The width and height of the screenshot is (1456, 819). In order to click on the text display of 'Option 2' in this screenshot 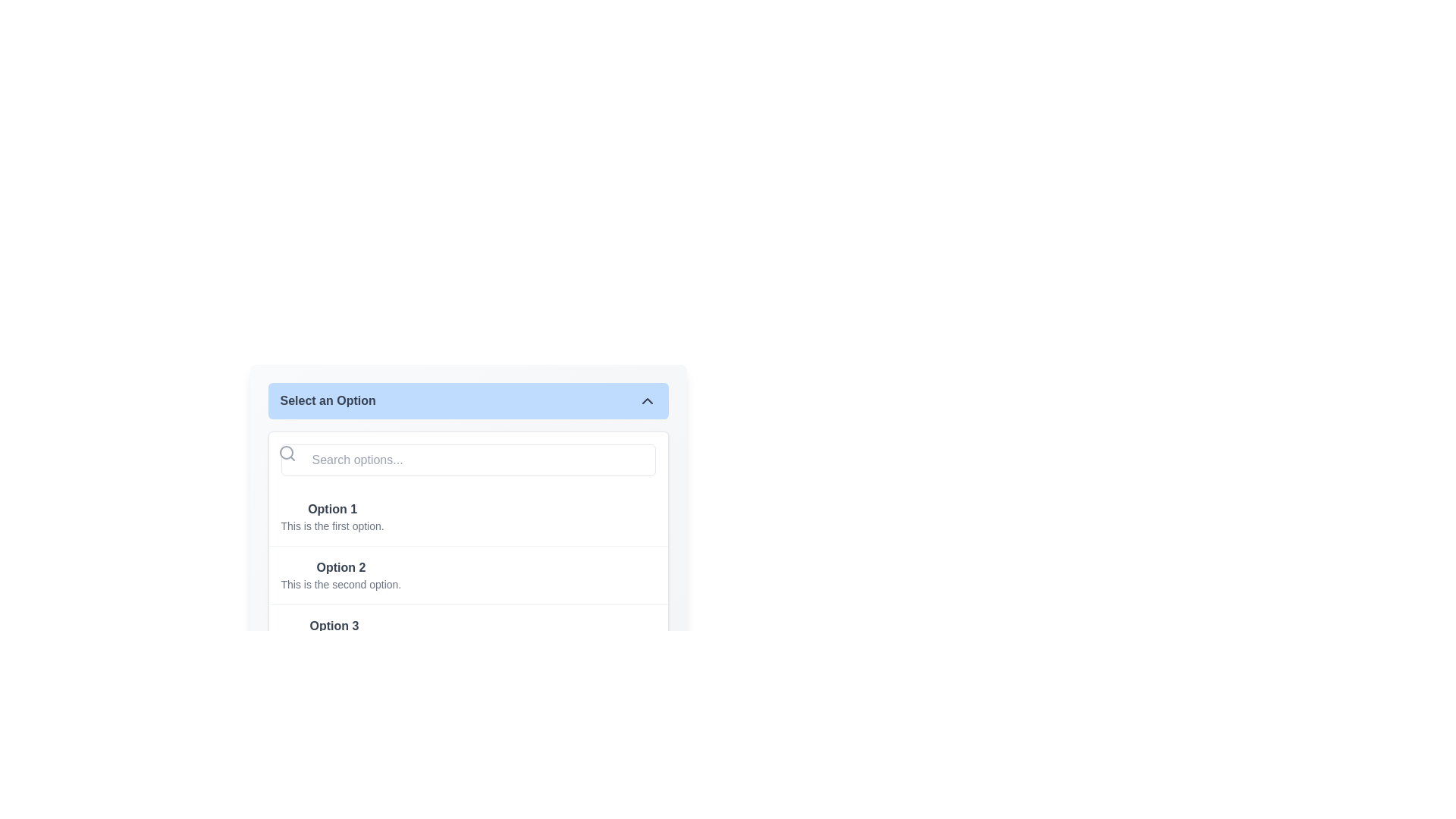, I will do `click(340, 576)`.